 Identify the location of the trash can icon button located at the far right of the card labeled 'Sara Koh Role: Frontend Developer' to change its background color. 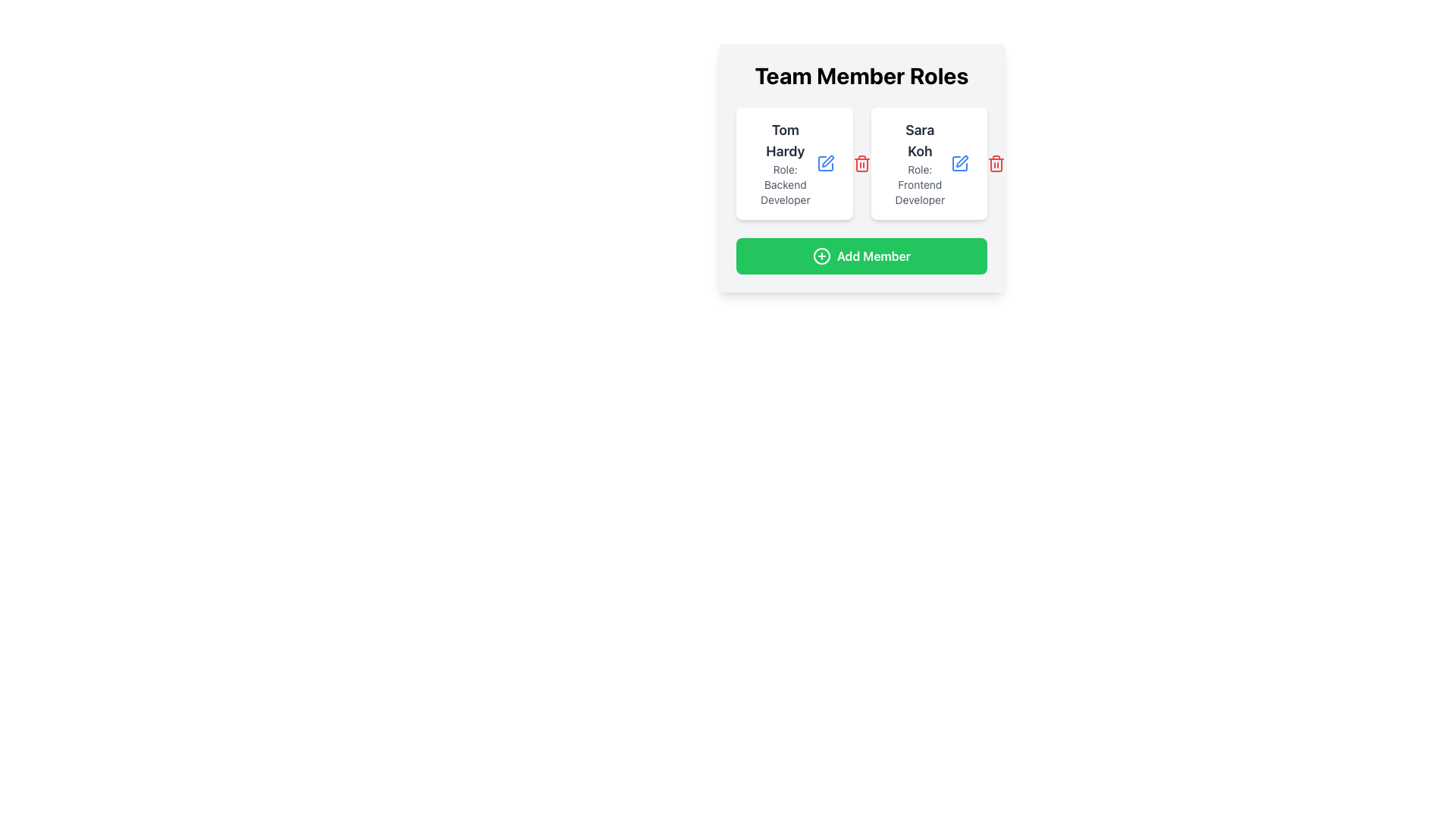
(996, 164).